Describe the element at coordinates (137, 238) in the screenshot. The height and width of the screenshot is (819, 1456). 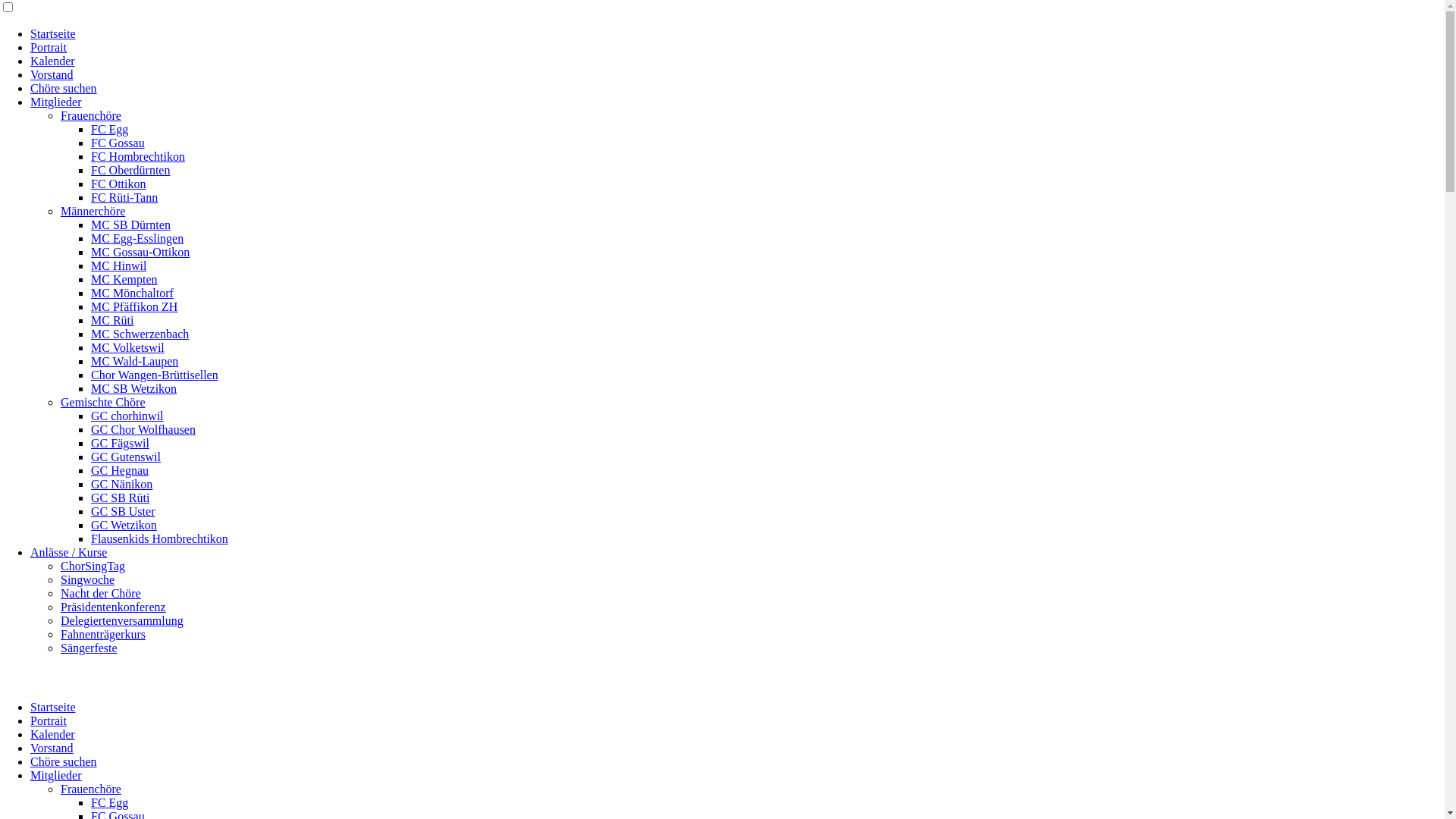
I see `'MC Egg-Esslingen'` at that location.